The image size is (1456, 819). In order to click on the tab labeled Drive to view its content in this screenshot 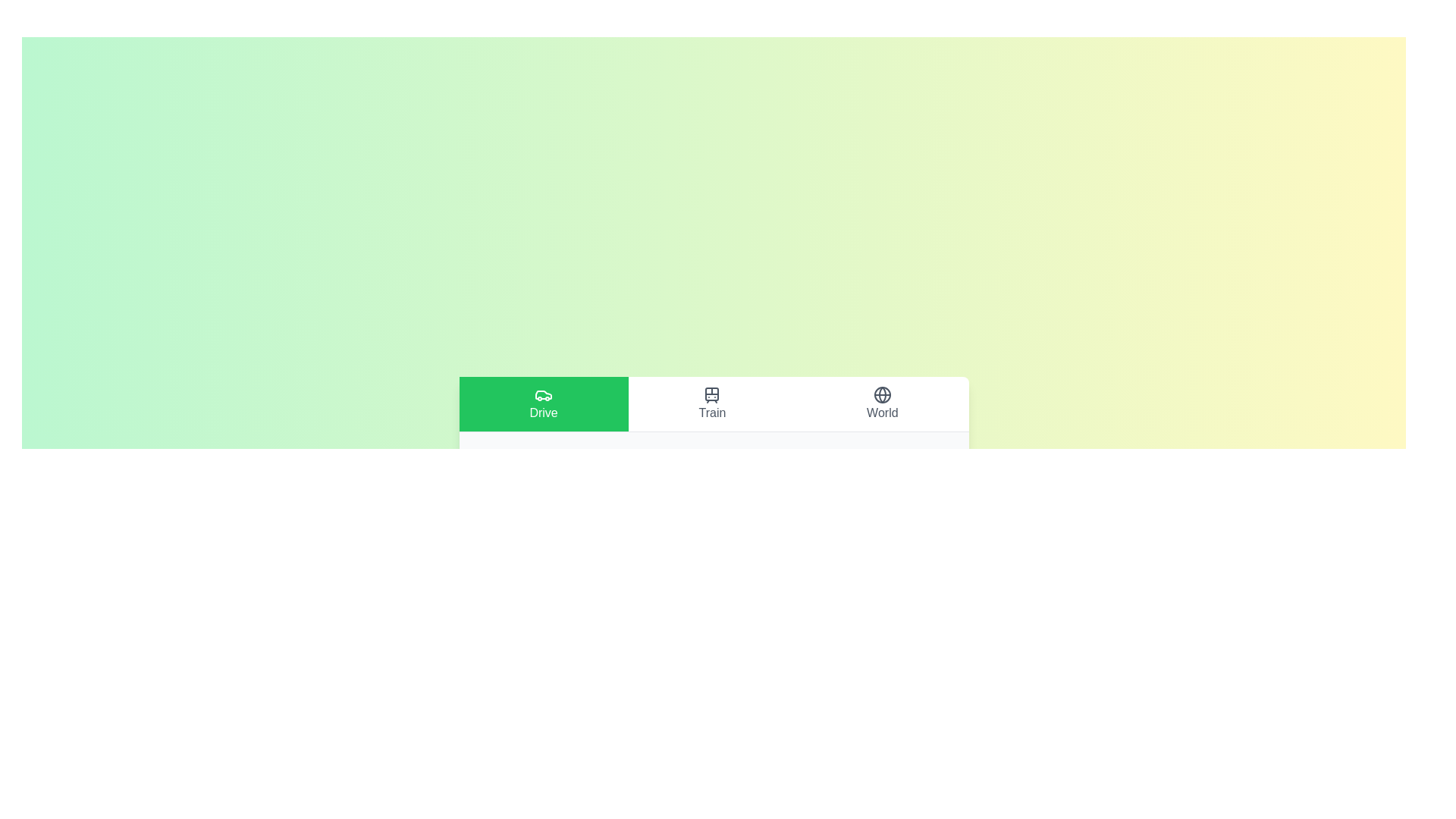, I will do `click(544, 403)`.